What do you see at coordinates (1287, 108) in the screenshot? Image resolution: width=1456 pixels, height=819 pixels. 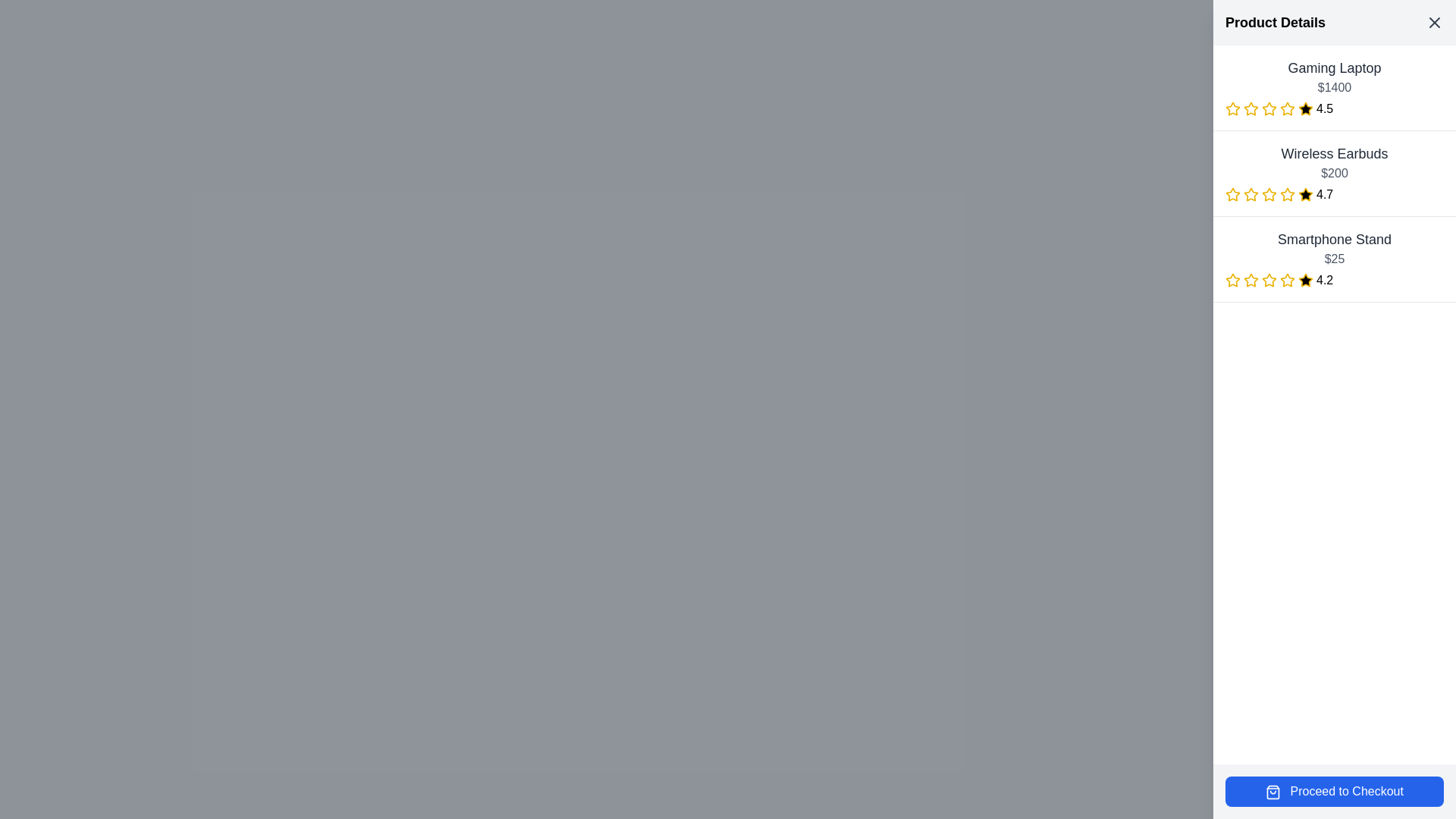 I see `the third star icon in the rating system under 'Gaming Laptop'` at bounding box center [1287, 108].